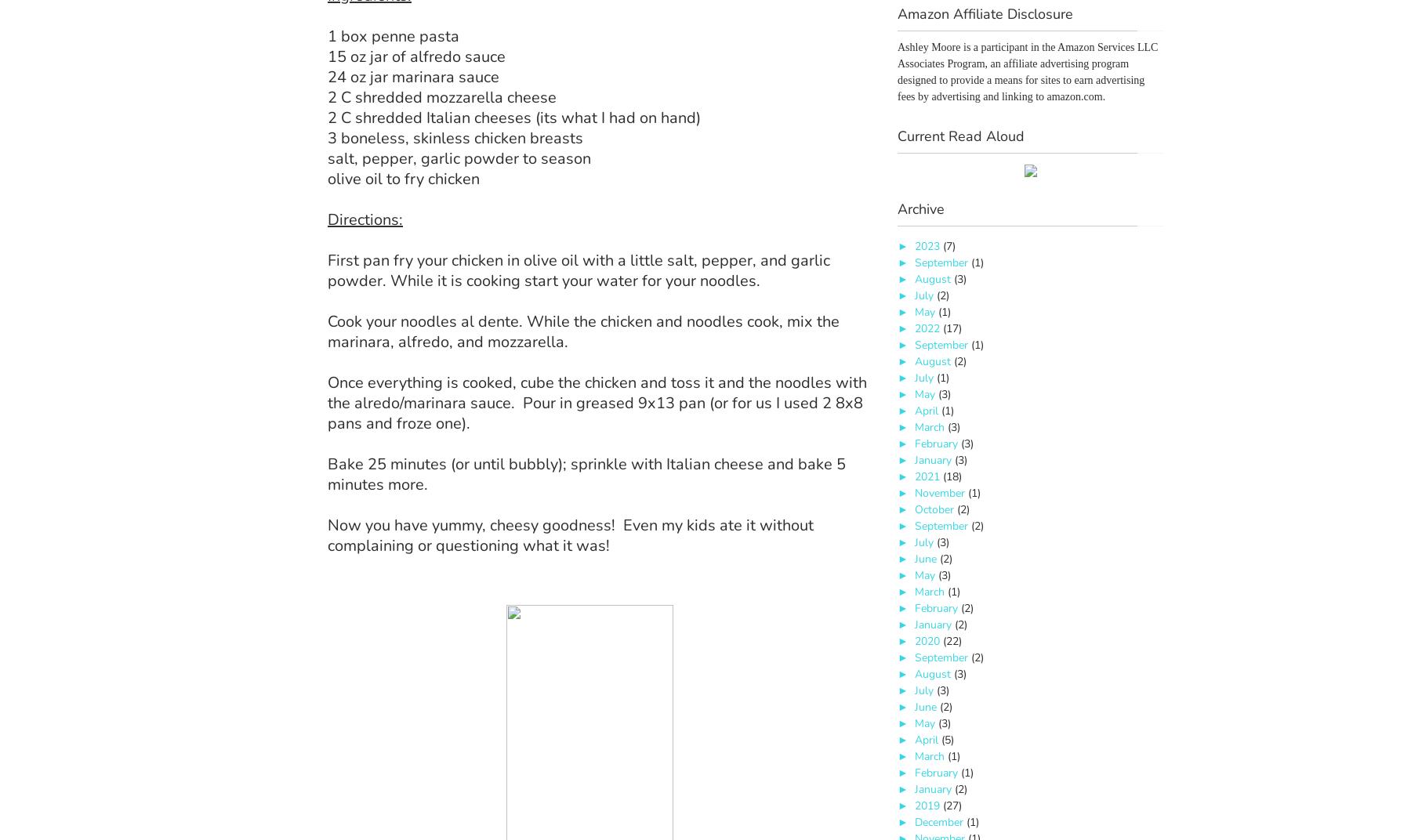 This screenshot has height=840, width=1411. Describe the element at coordinates (927, 328) in the screenshot. I see `'2022'` at that location.